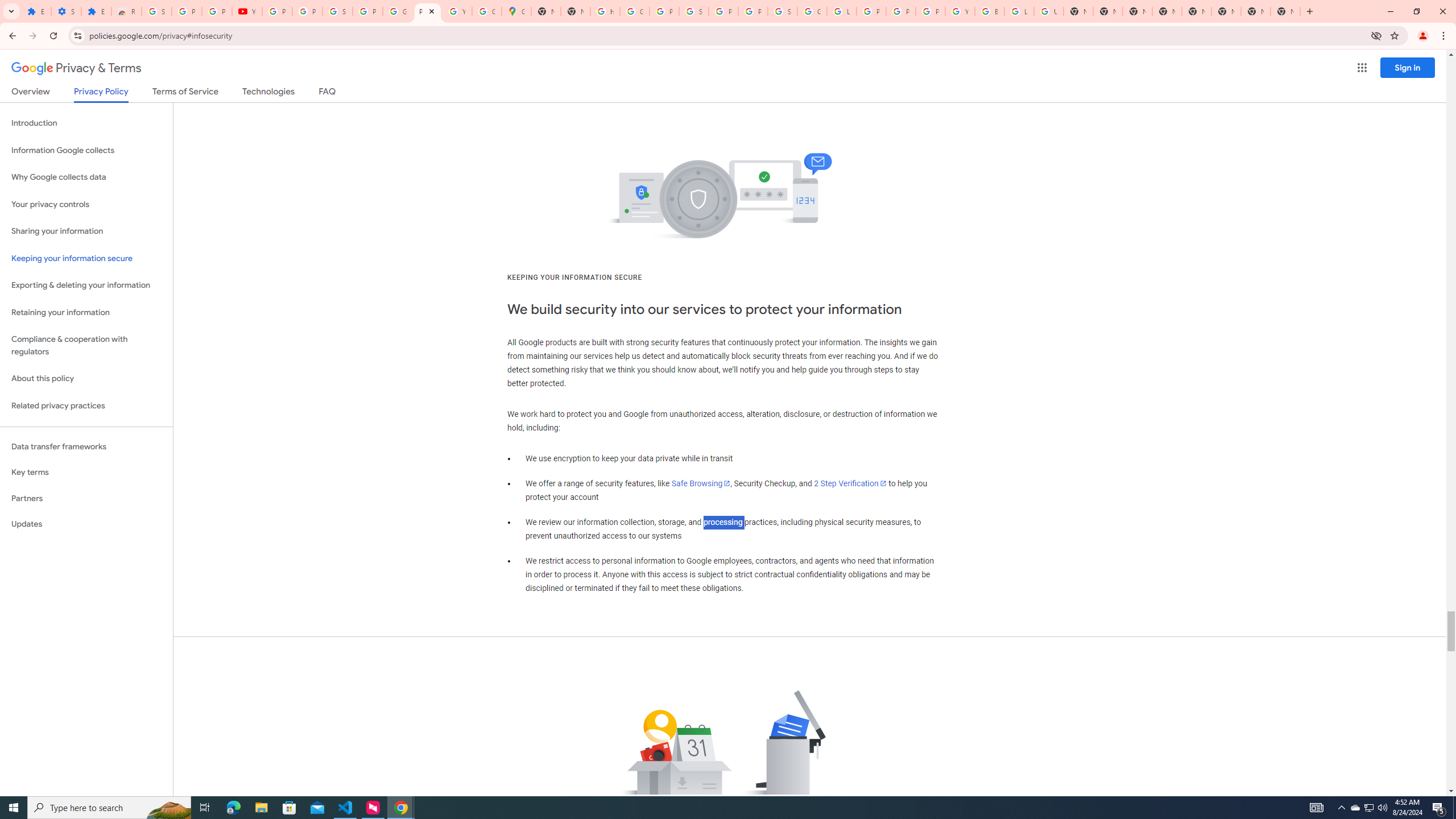 The width and height of the screenshot is (1456, 819). What do you see at coordinates (1284, 11) in the screenshot?
I see `'New Tab'` at bounding box center [1284, 11].